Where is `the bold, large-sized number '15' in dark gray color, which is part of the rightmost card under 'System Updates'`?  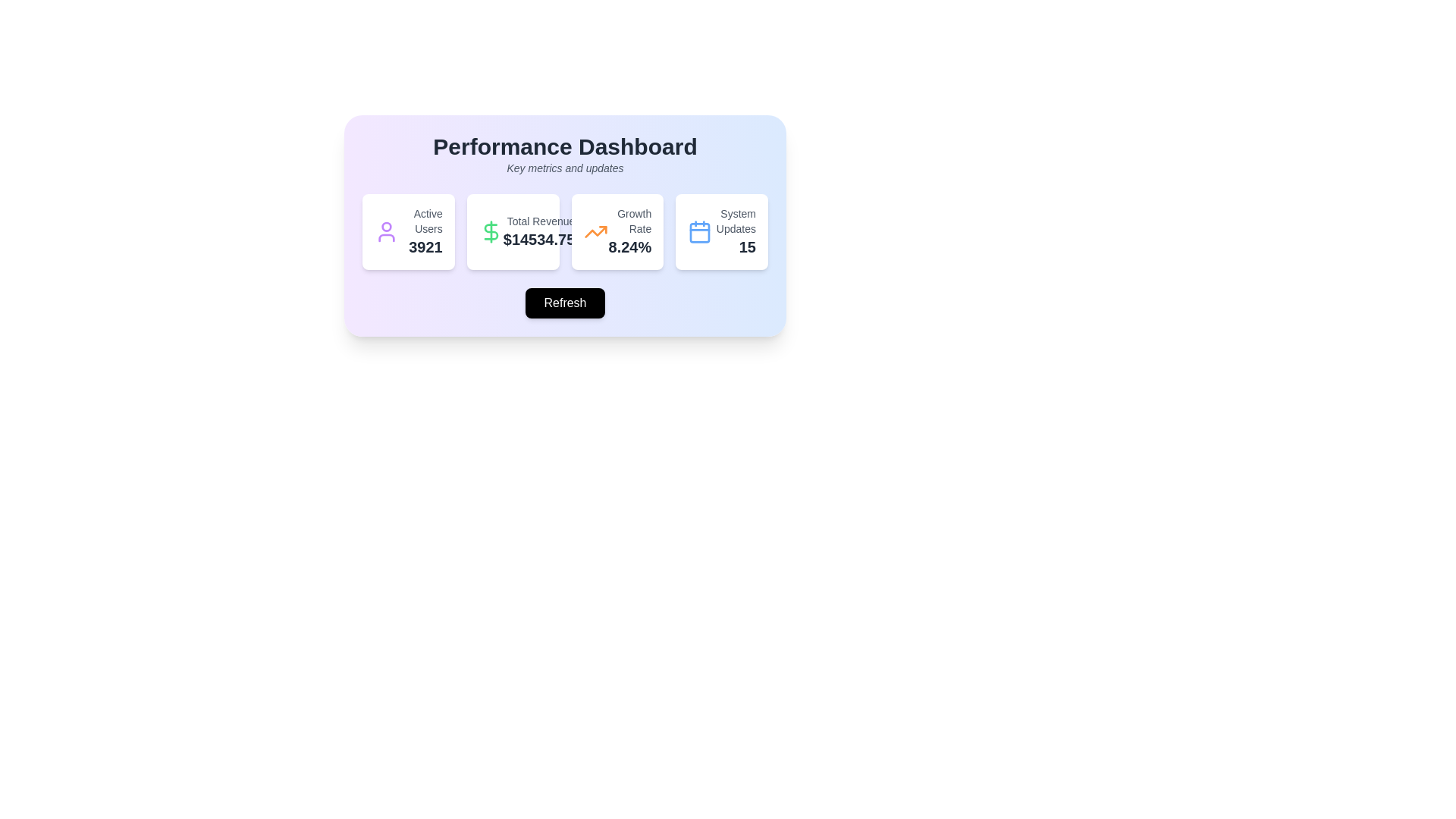 the bold, large-sized number '15' in dark gray color, which is part of the rightmost card under 'System Updates' is located at coordinates (734, 246).